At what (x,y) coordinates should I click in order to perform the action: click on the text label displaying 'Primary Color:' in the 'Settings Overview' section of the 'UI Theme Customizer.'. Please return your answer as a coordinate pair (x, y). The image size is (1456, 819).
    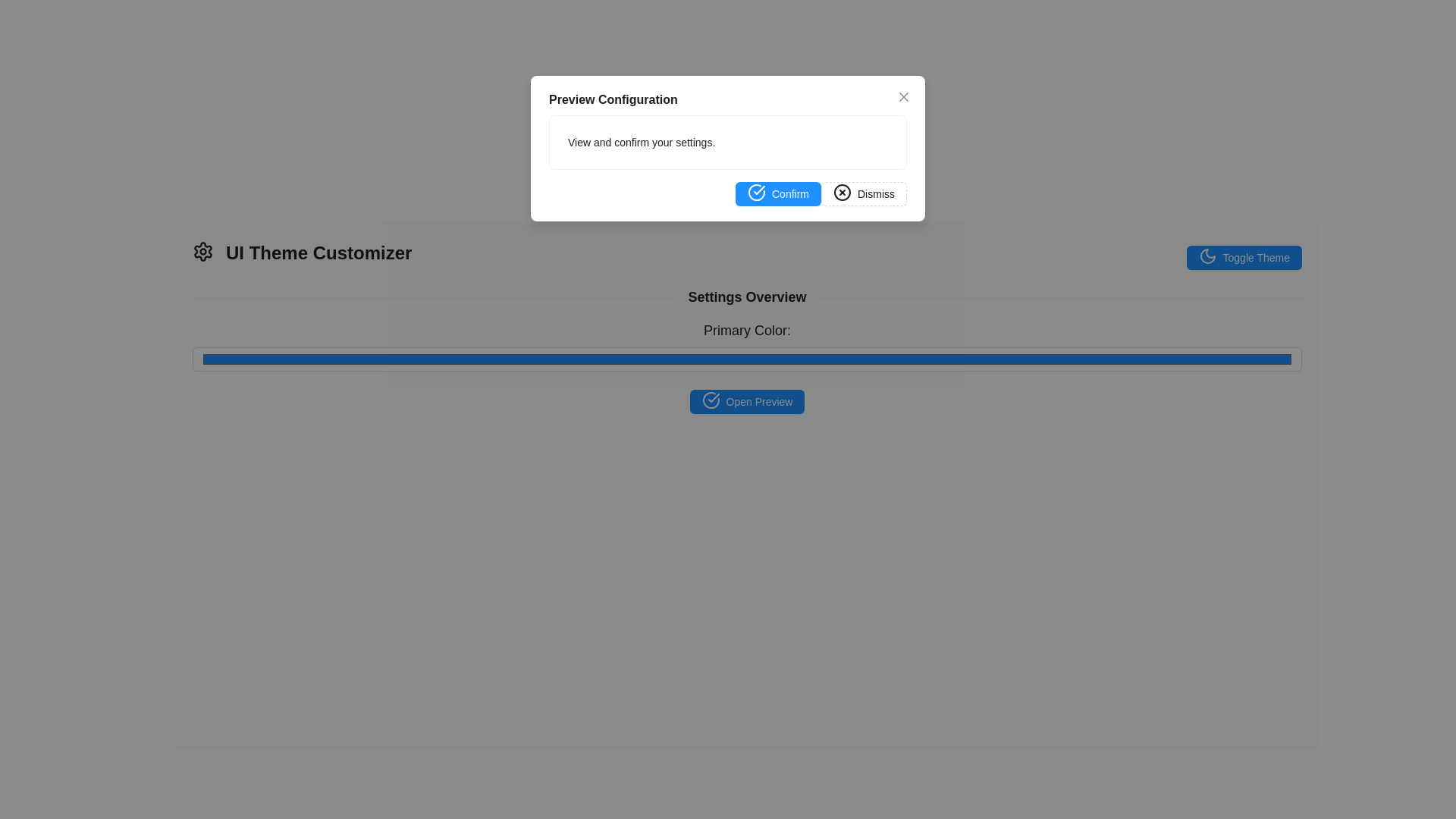
    Looking at the image, I should click on (747, 329).